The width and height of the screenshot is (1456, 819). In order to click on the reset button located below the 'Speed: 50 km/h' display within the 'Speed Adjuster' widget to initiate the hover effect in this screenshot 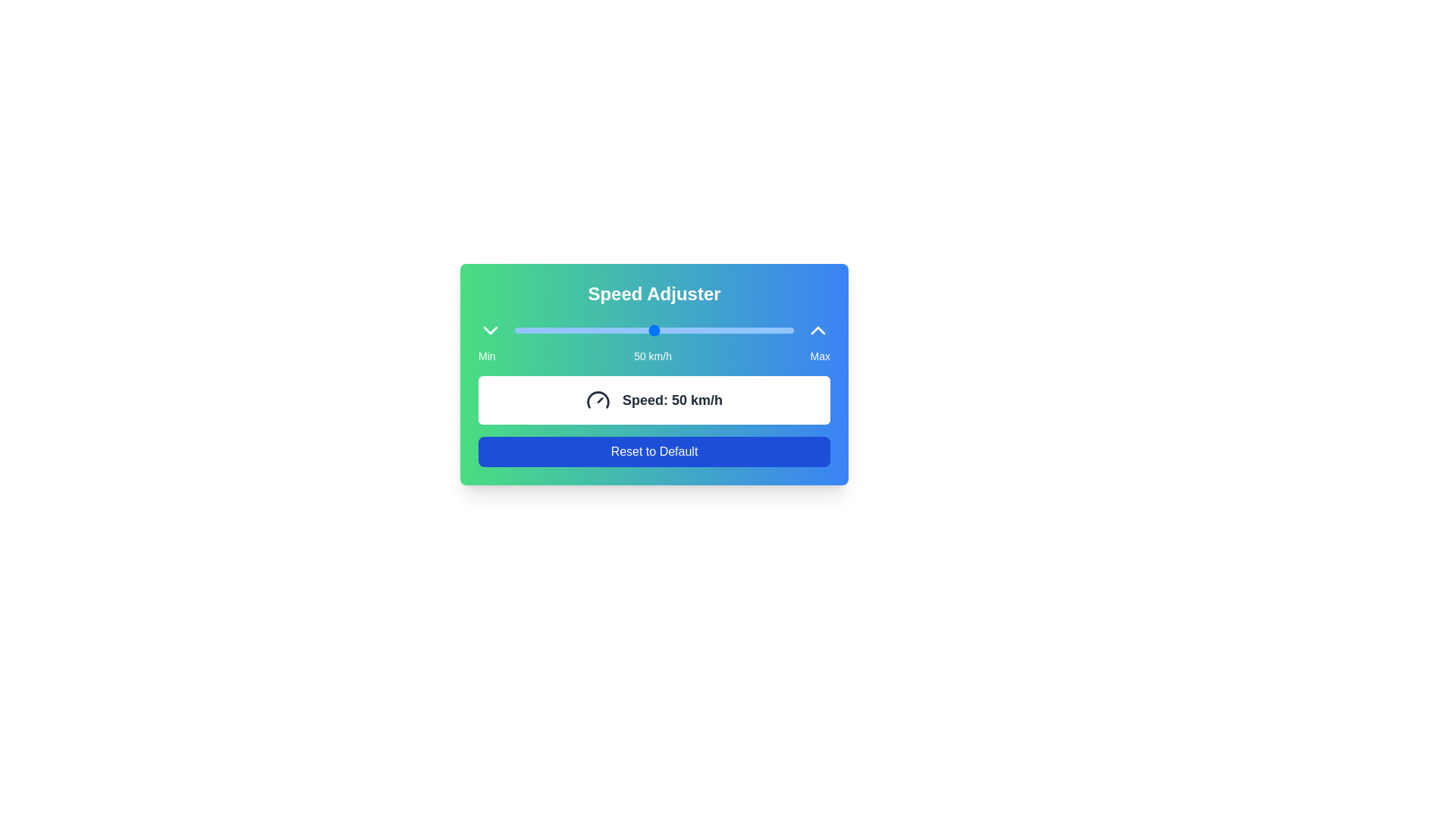, I will do `click(654, 451)`.